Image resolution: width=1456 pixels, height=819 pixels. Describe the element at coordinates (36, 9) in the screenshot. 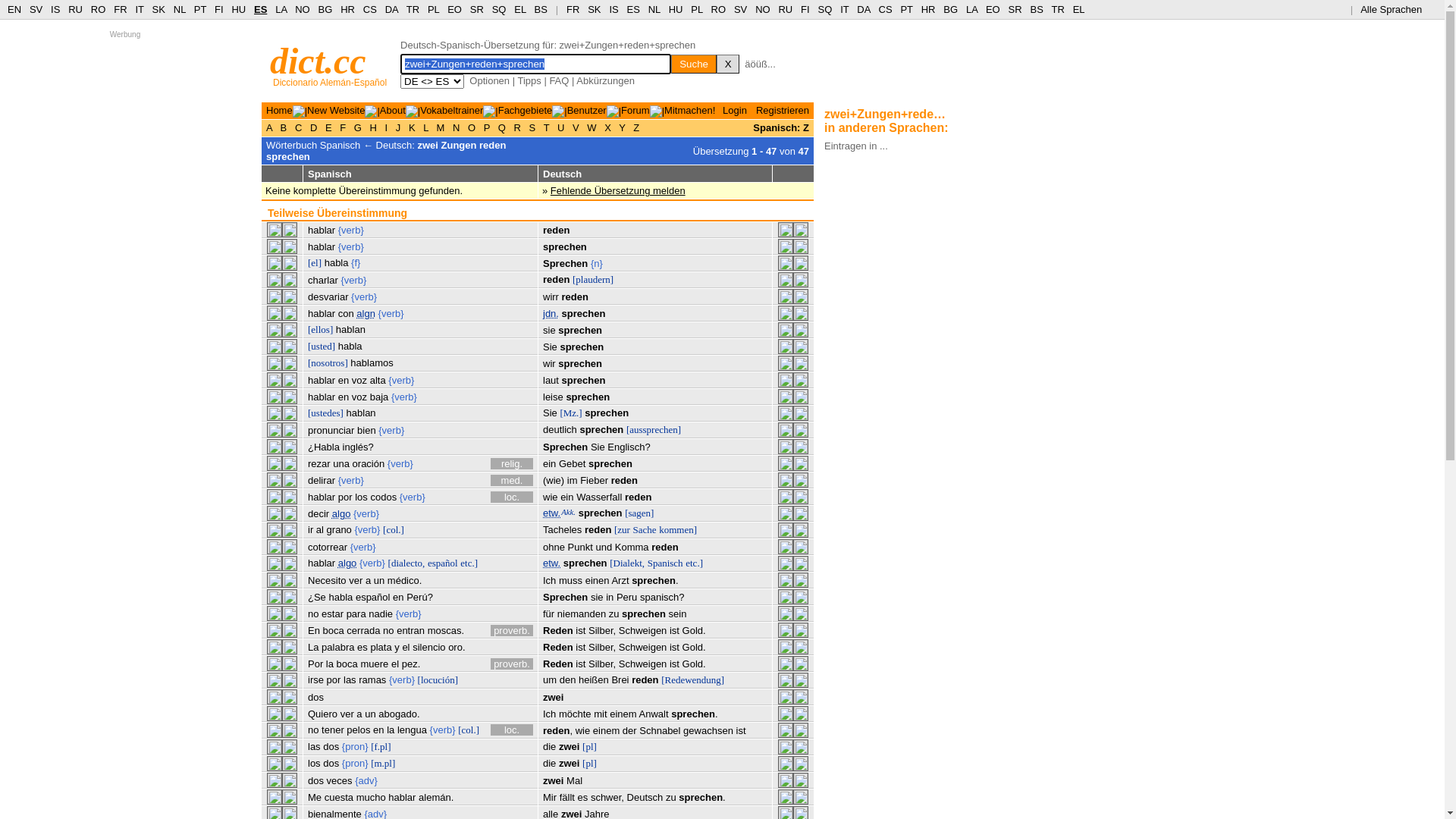

I see `'SV'` at that location.